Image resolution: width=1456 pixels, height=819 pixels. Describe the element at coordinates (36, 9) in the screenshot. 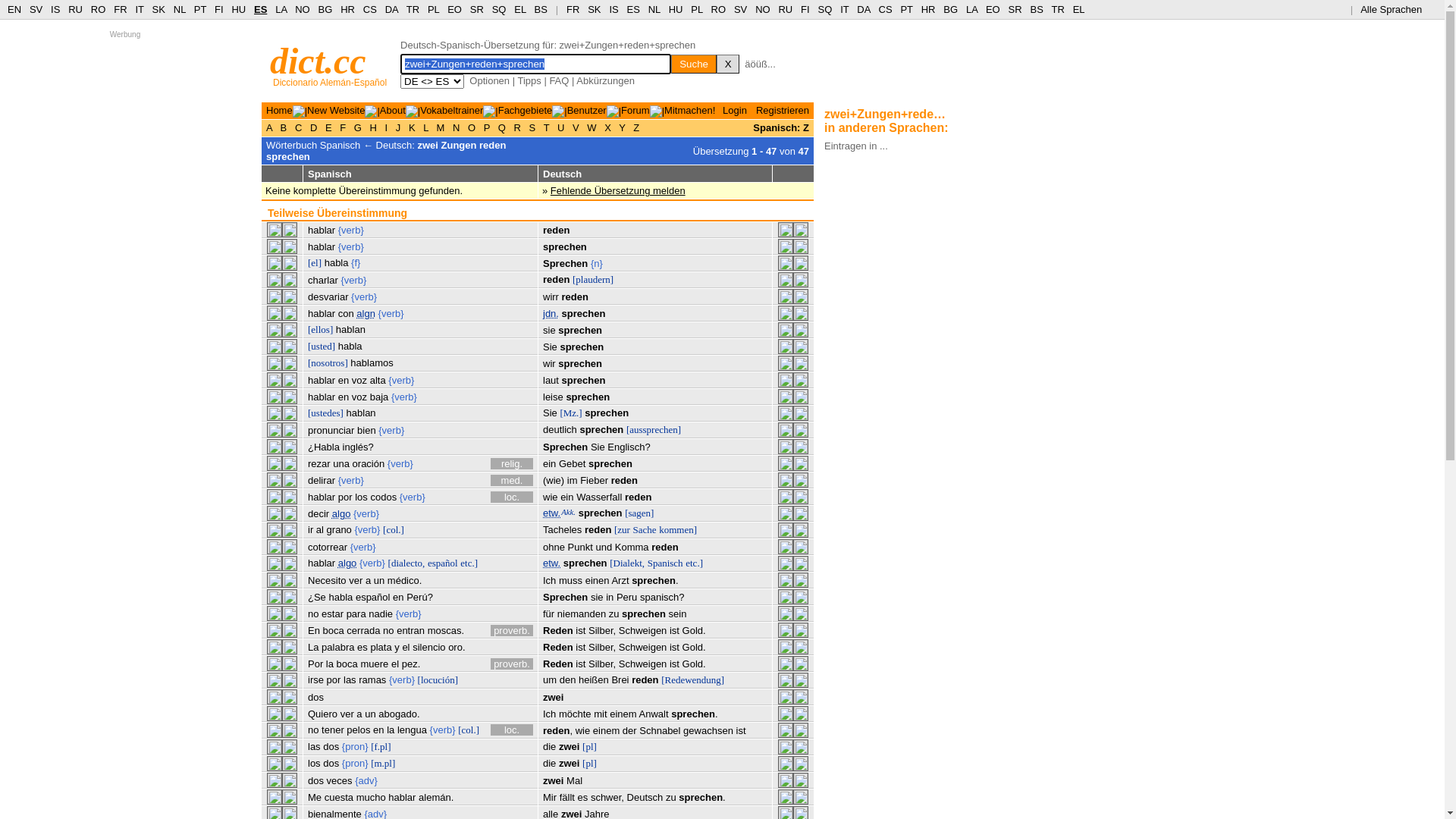

I see `'SV'` at that location.